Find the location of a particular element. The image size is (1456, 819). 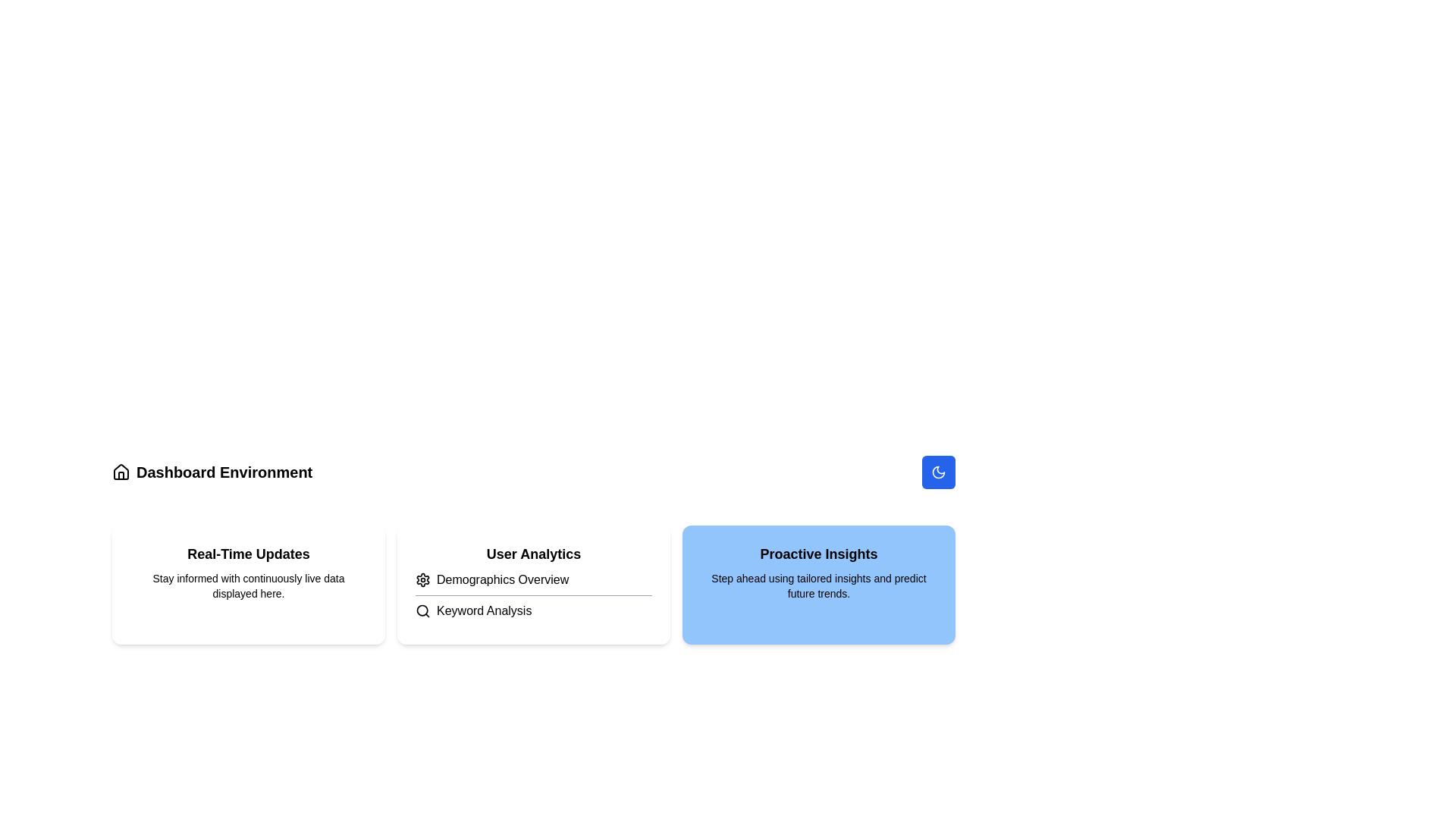

the cogwheel icon representing settings located to the left of the 'Demographics Overview' text in the 'User Analytics' section is located at coordinates (422, 579).